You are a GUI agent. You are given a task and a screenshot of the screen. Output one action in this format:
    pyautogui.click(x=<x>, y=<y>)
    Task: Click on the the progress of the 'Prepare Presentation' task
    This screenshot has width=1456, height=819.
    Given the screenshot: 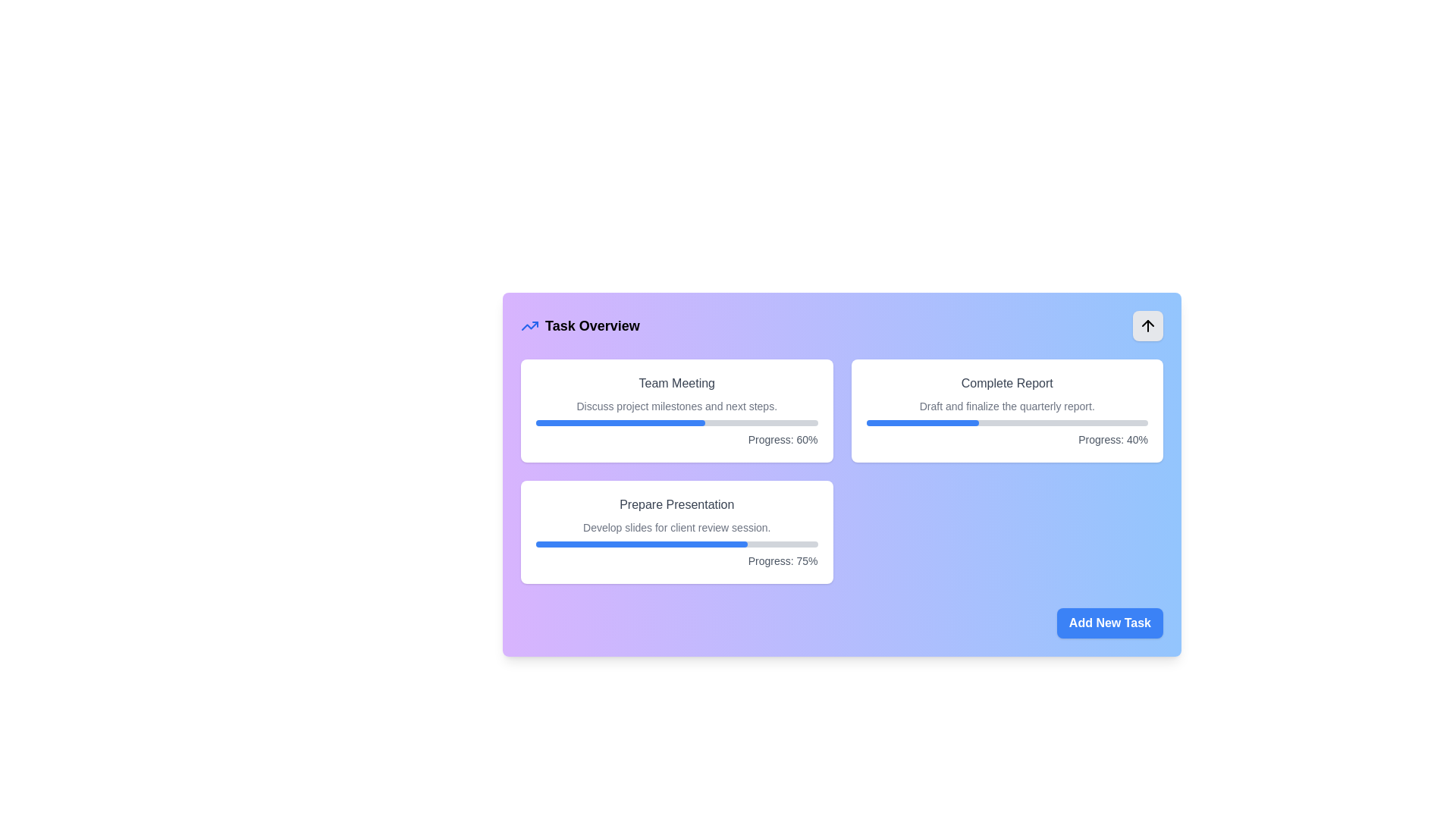 What is the action you would take?
    pyautogui.click(x=571, y=543)
    